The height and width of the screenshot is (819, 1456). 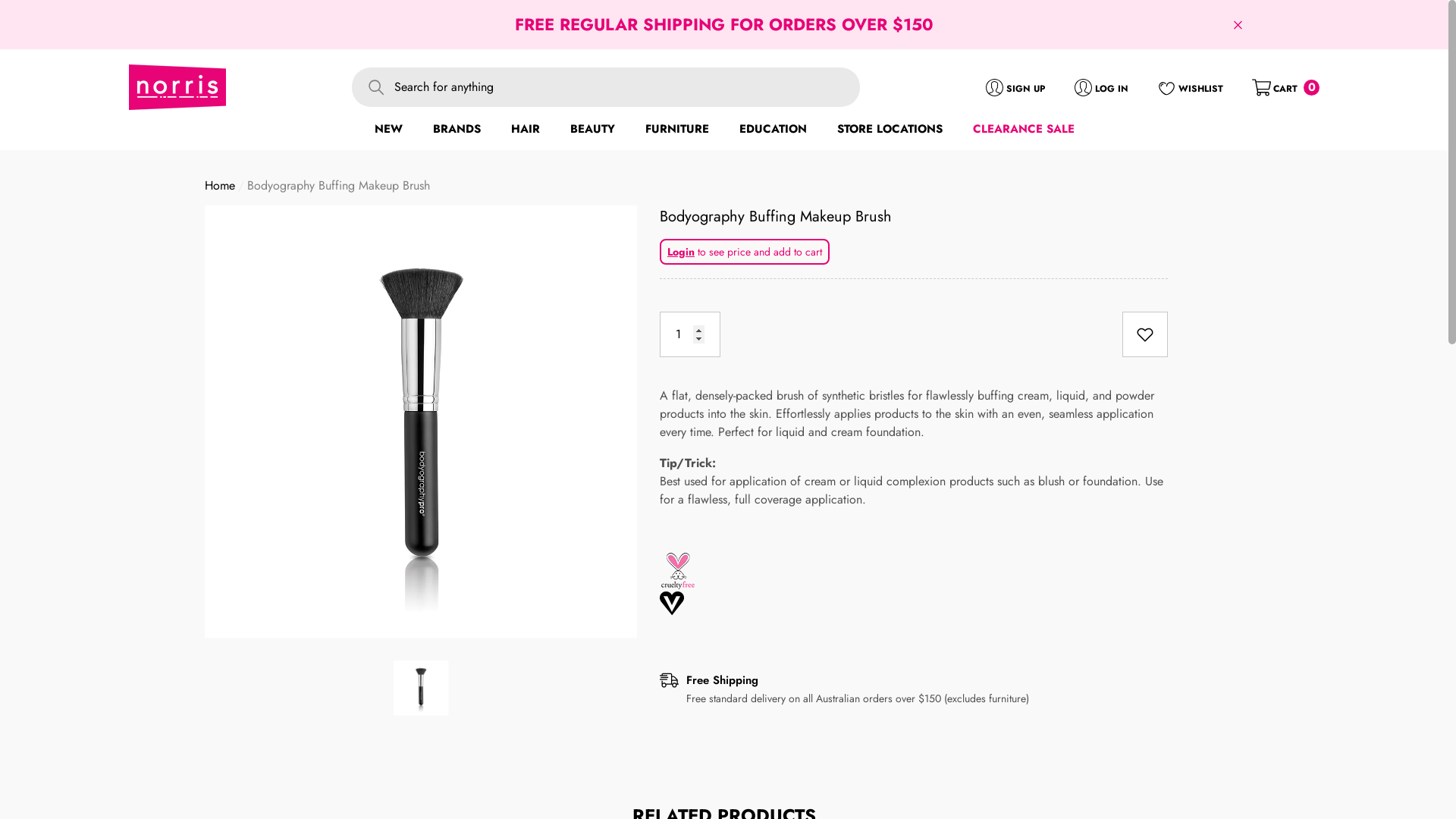 What do you see at coordinates (1156, 86) in the screenshot?
I see `'WISHLIST'` at bounding box center [1156, 86].